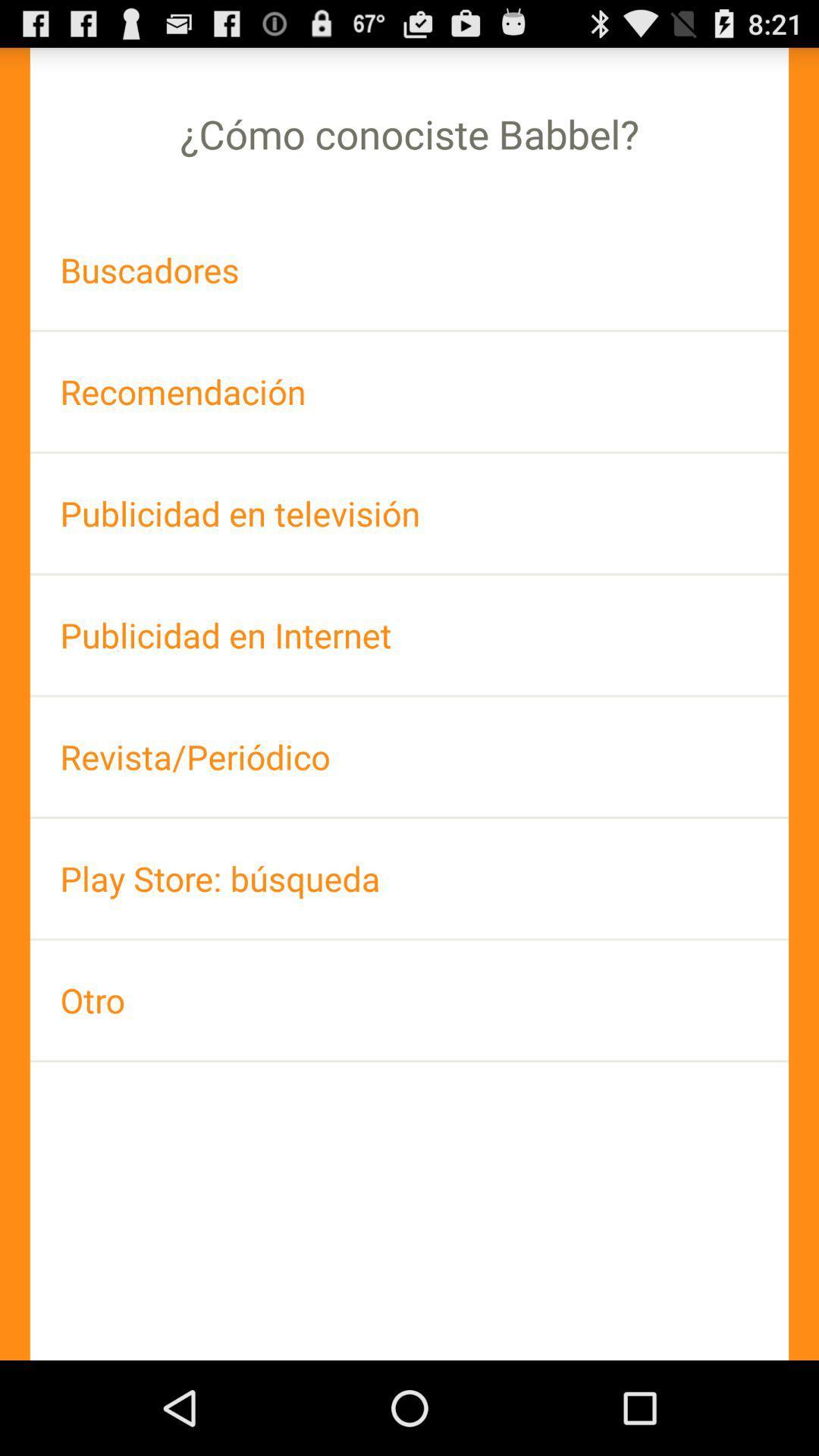 The width and height of the screenshot is (819, 1456). What do you see at coordinates (409, 878) in the screenshot?
I see `the app above the otro icon` at bounding box center [409, 878].